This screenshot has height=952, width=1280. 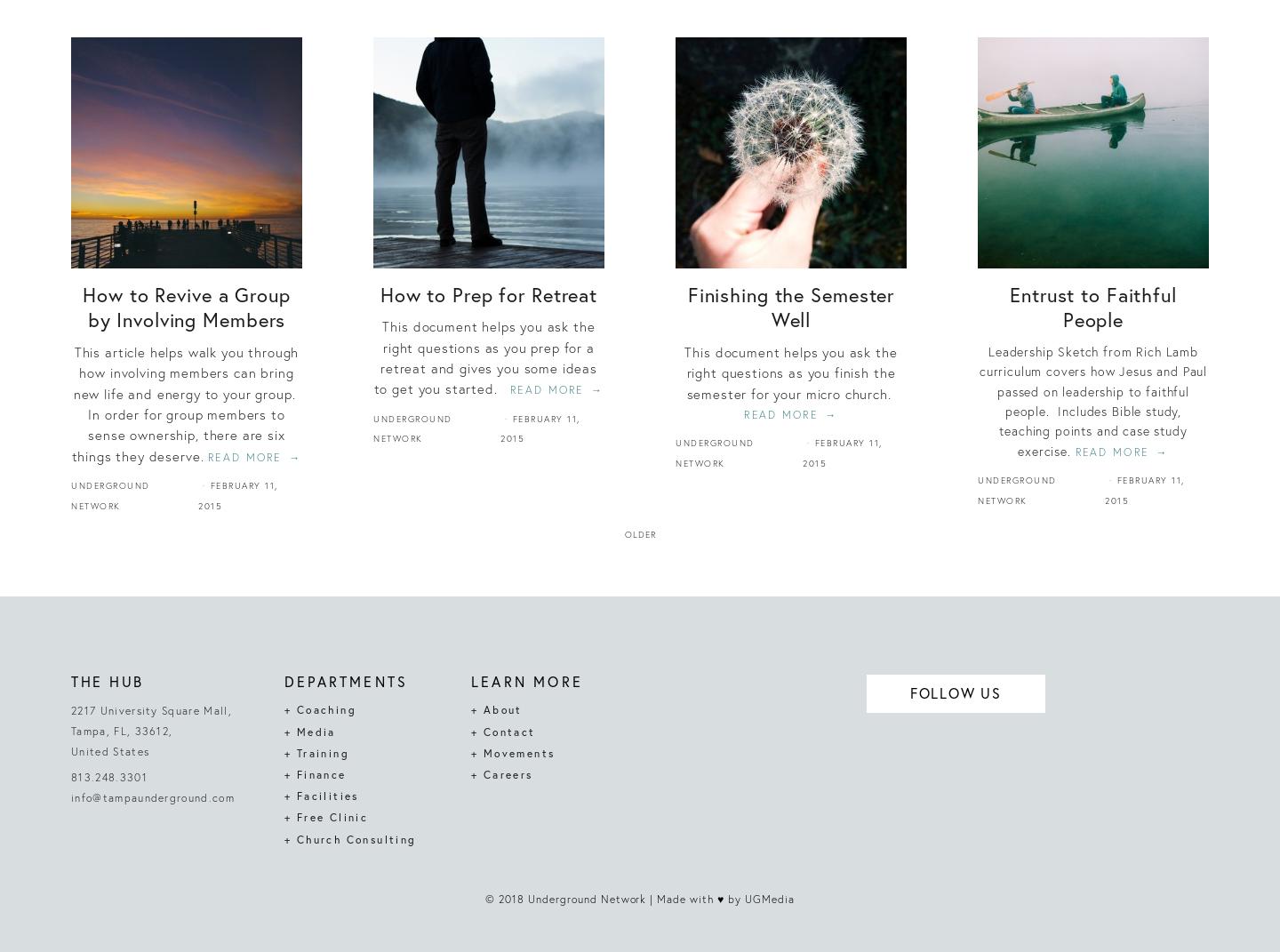 What do you see at coordinates (108, 750) in the screenshot?
I see `'United States'` at bounding box center [108, 750].